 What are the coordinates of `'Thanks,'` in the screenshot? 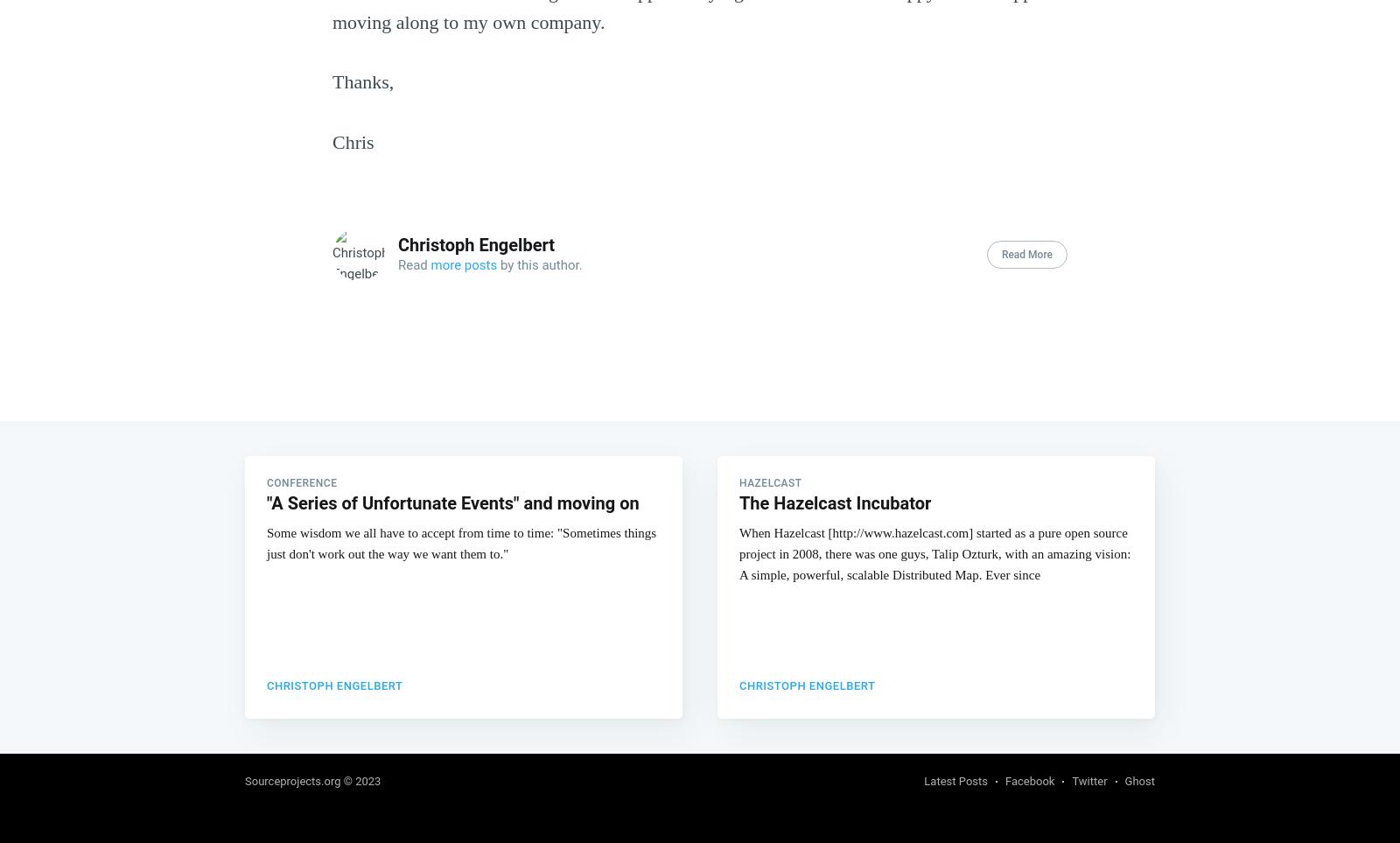 It's located at (362, 81).